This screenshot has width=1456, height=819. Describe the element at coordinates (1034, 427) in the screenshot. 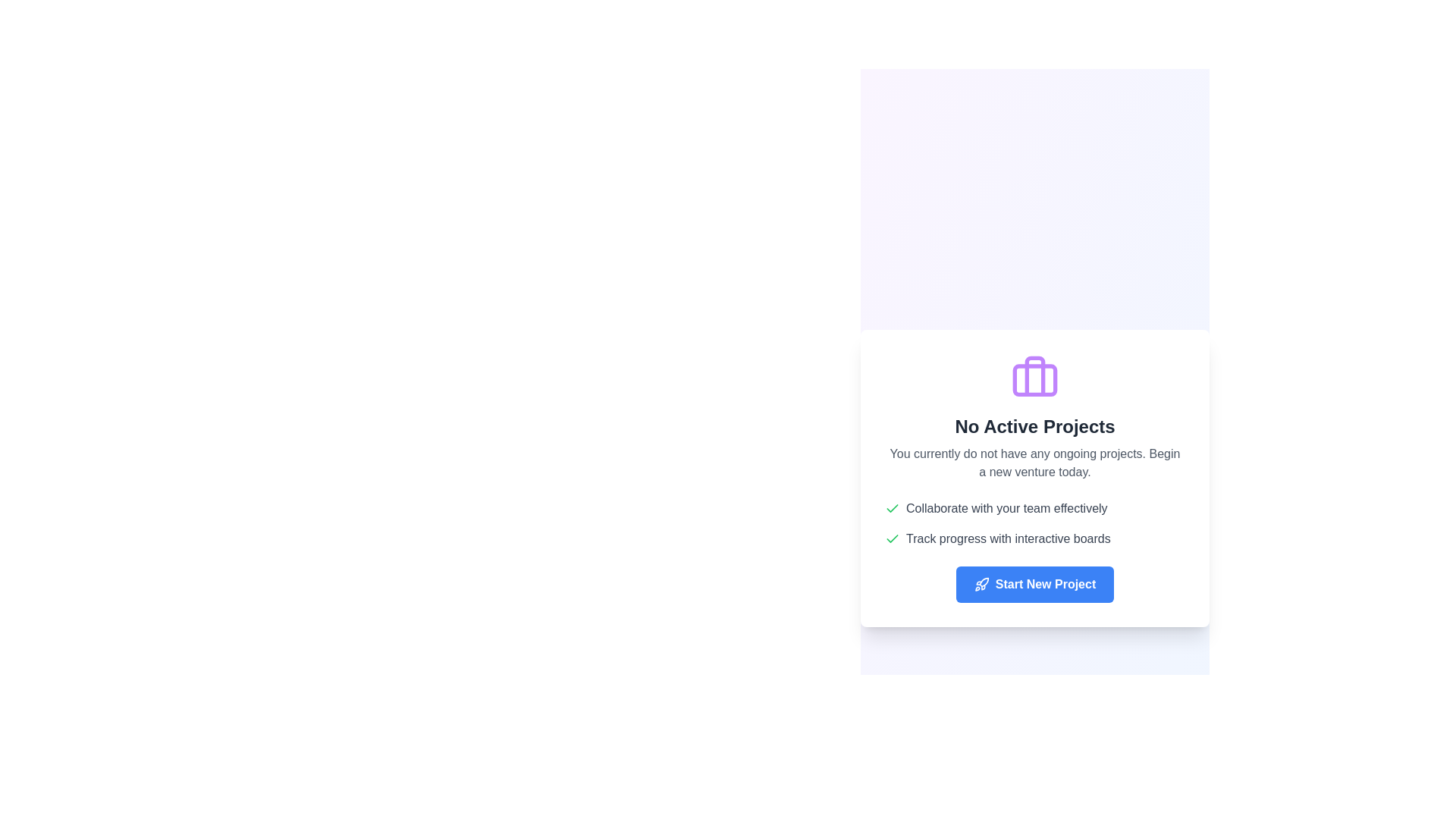

I see `prominent heading text 'No Active Projects' displayed in bold, large font, centrally located beneath a purple briefcase icon` at that location.